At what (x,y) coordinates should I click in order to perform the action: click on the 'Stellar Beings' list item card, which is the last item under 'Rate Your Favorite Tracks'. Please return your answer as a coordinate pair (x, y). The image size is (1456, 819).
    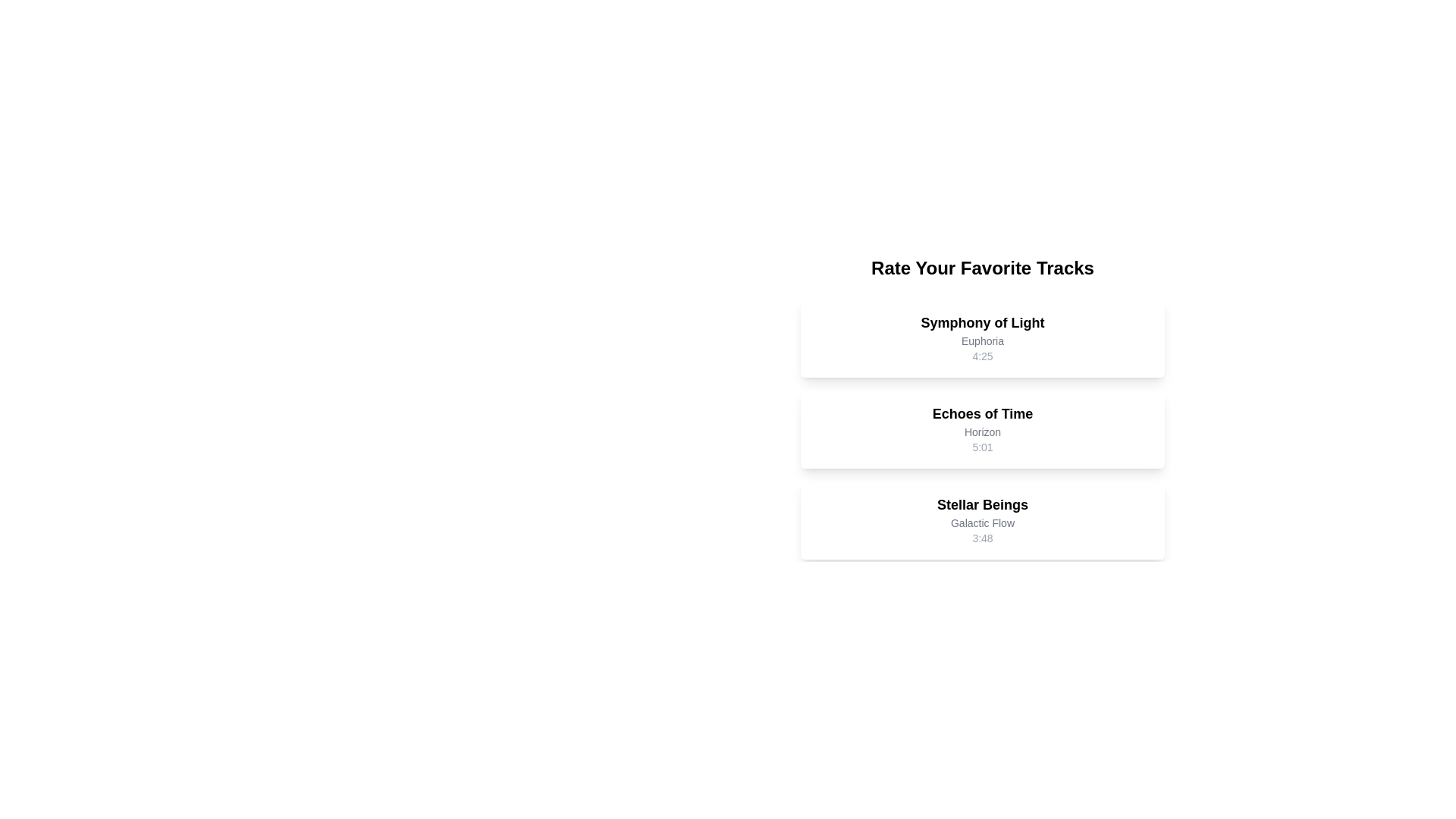
    Looking at the image, I should click on (983, 519).